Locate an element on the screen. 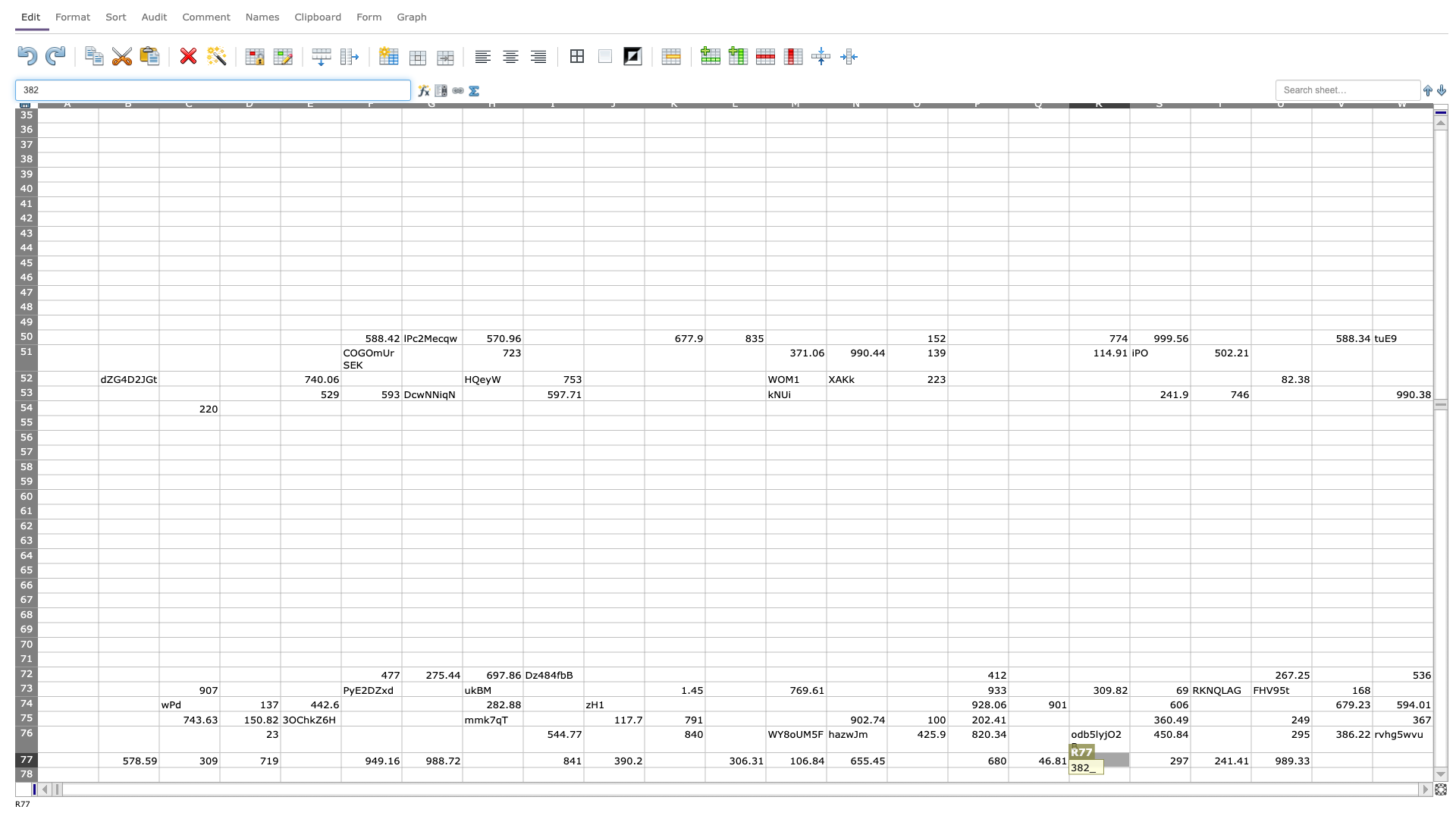 The width and height of the screenshot is (1456, 819). top left corner of cell T78 is located at coordinates (1189, 767).